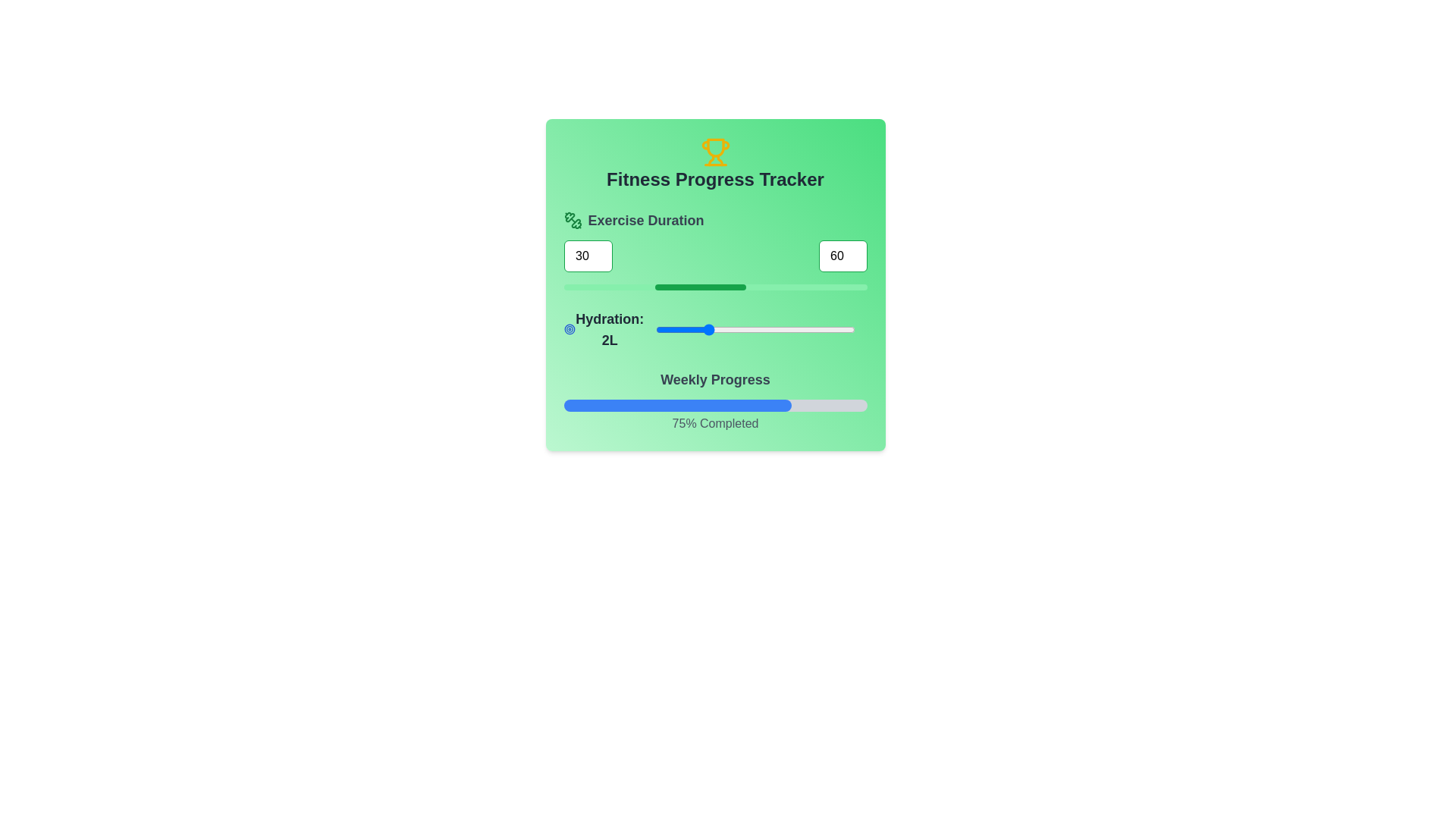 The image size is (1456, 819). I want to click on the progress bar located at the bottom of the 'Weekly Progress' section, which has a gray background and a blue filled section covering approximately 75% of its width, so click(714, 405).